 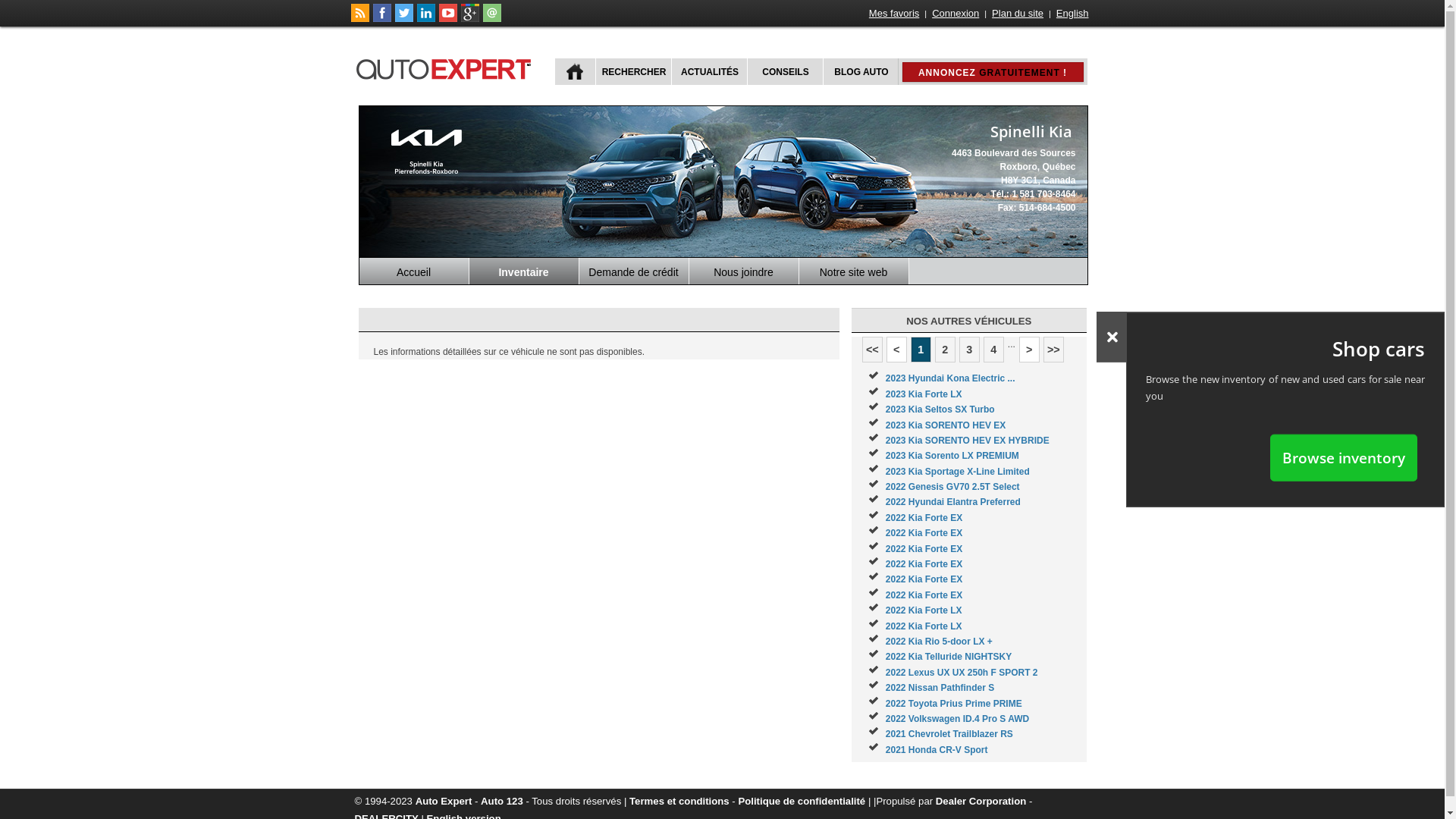 I want to click on '2022 Genesis GV70 2.5T Select', so click(x=952, y=486).